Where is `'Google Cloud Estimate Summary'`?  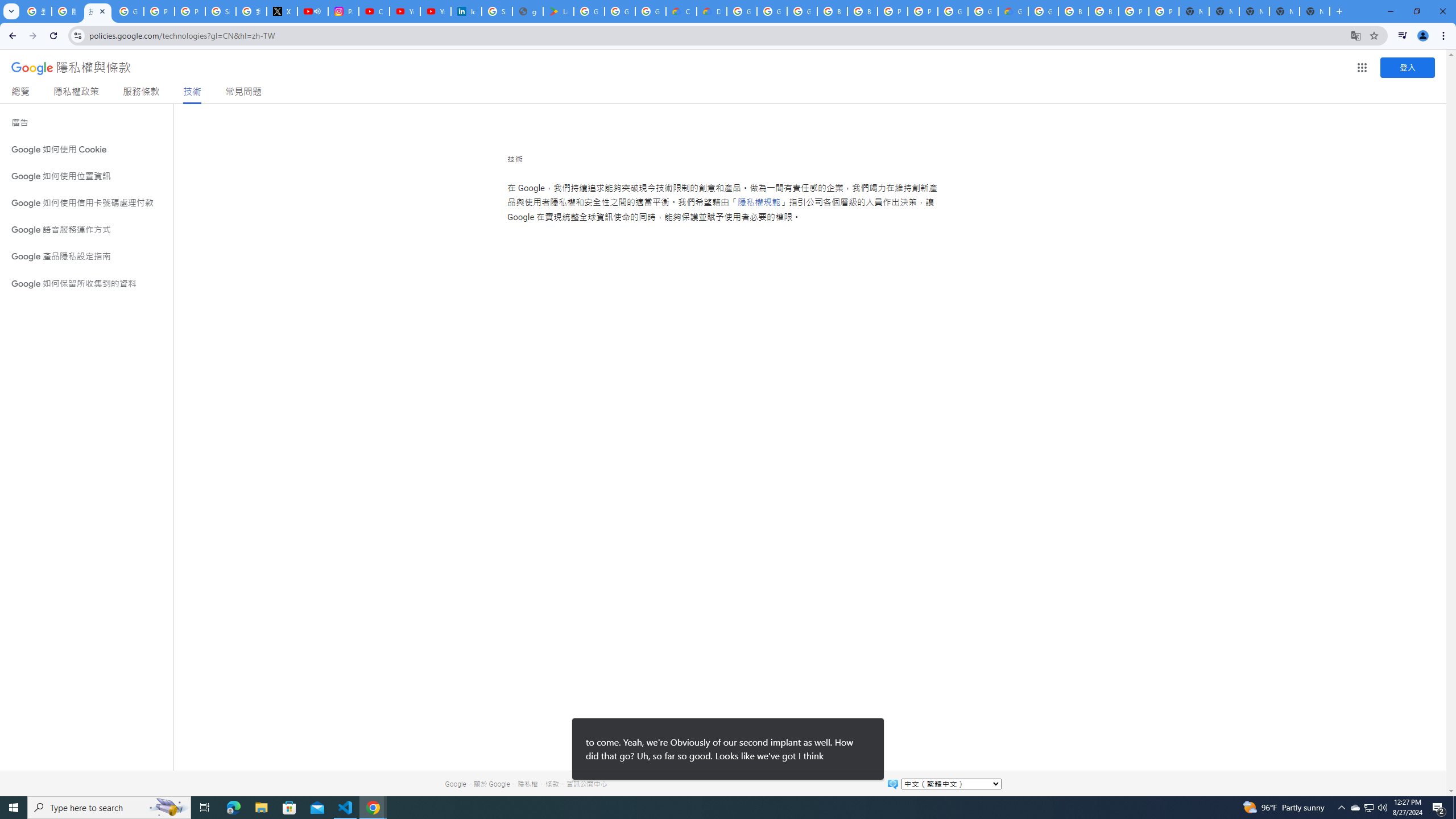 'Google Cloud Estimate Summary' is located at coordinates (1013, 11).